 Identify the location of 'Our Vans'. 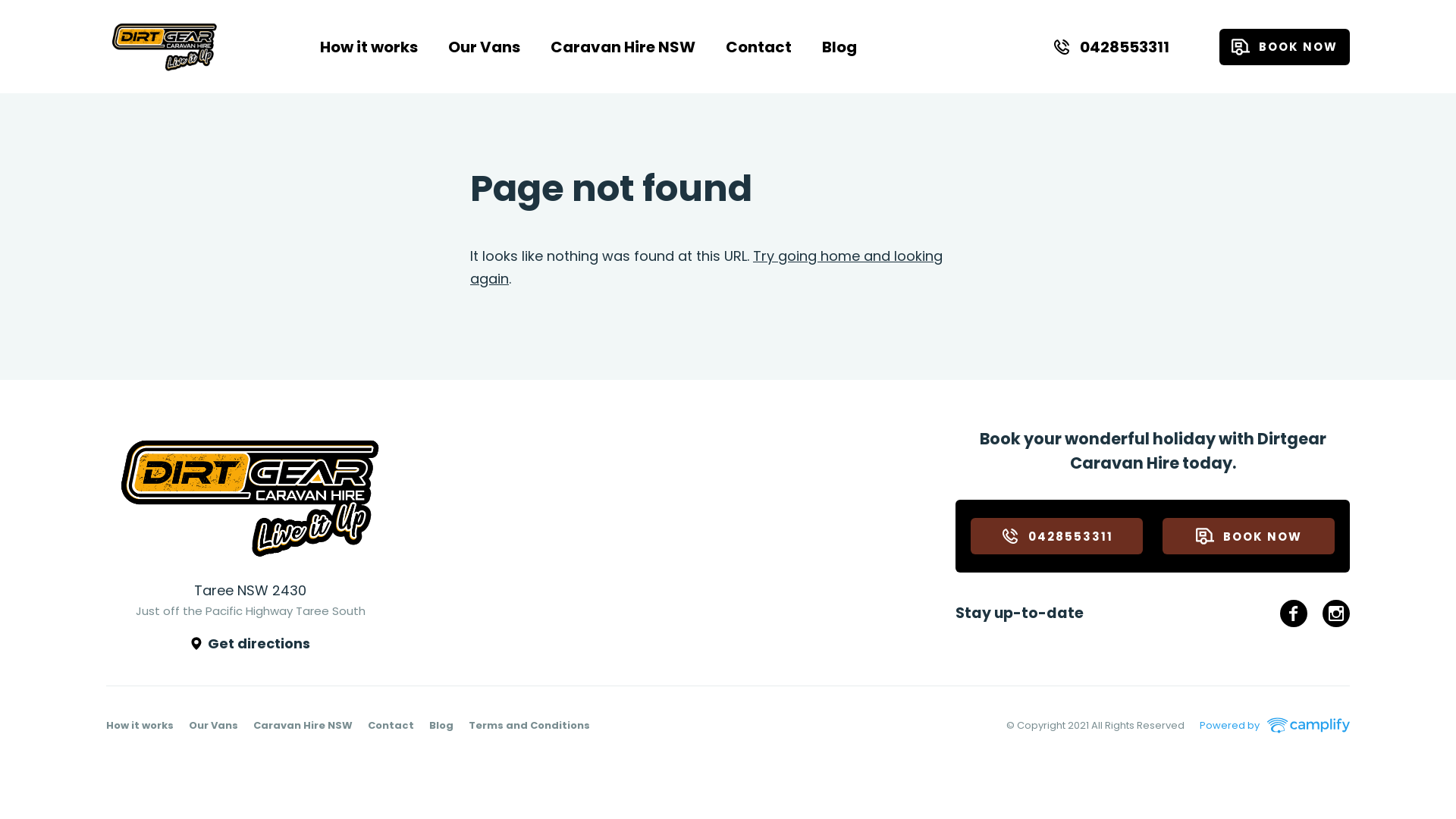
(212, 724).